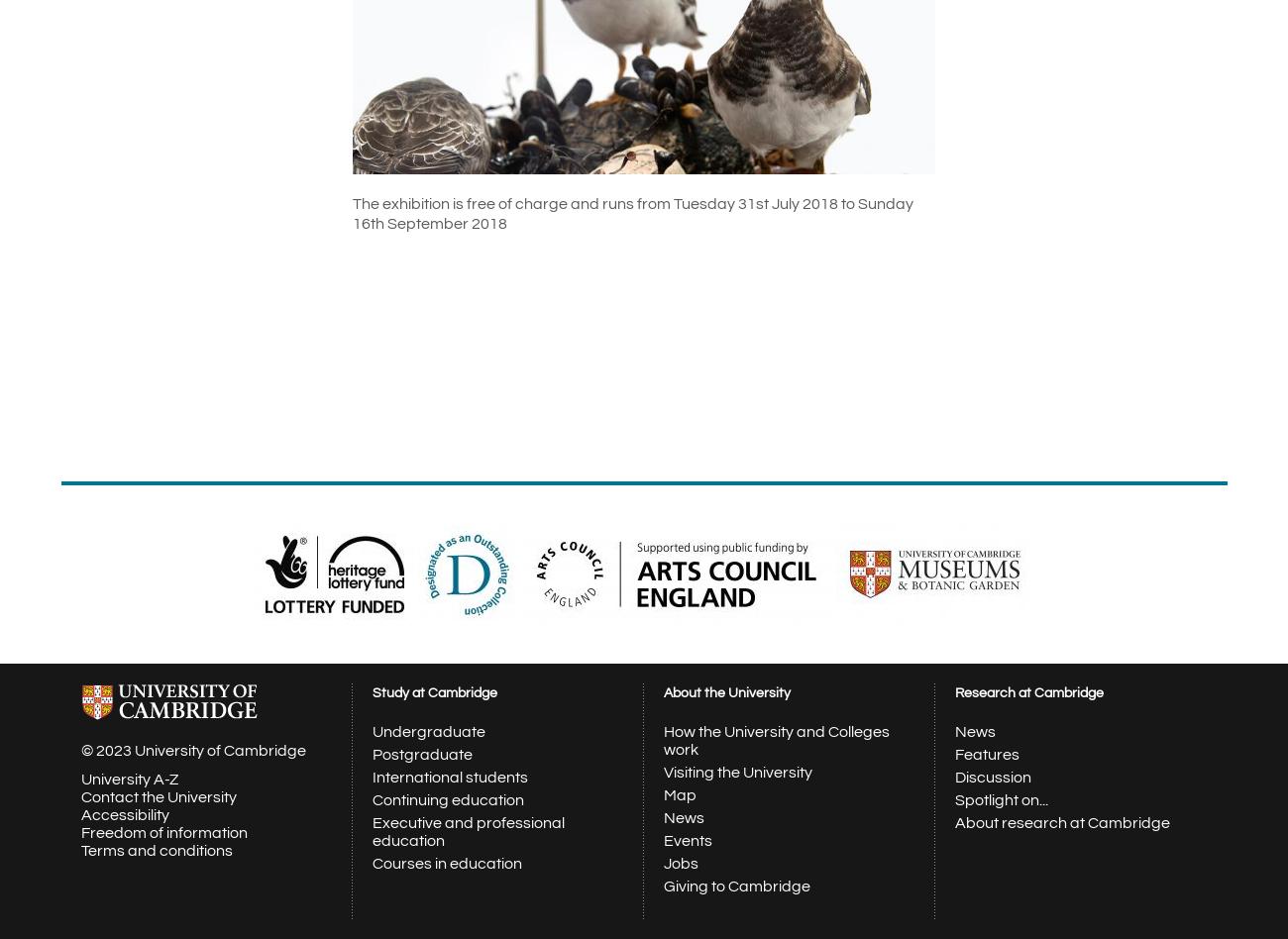 Image resolution: width=1288 pixels, height=939 pixels. I want to click on 'How the University
              and Colleges work', so click(776, 740).